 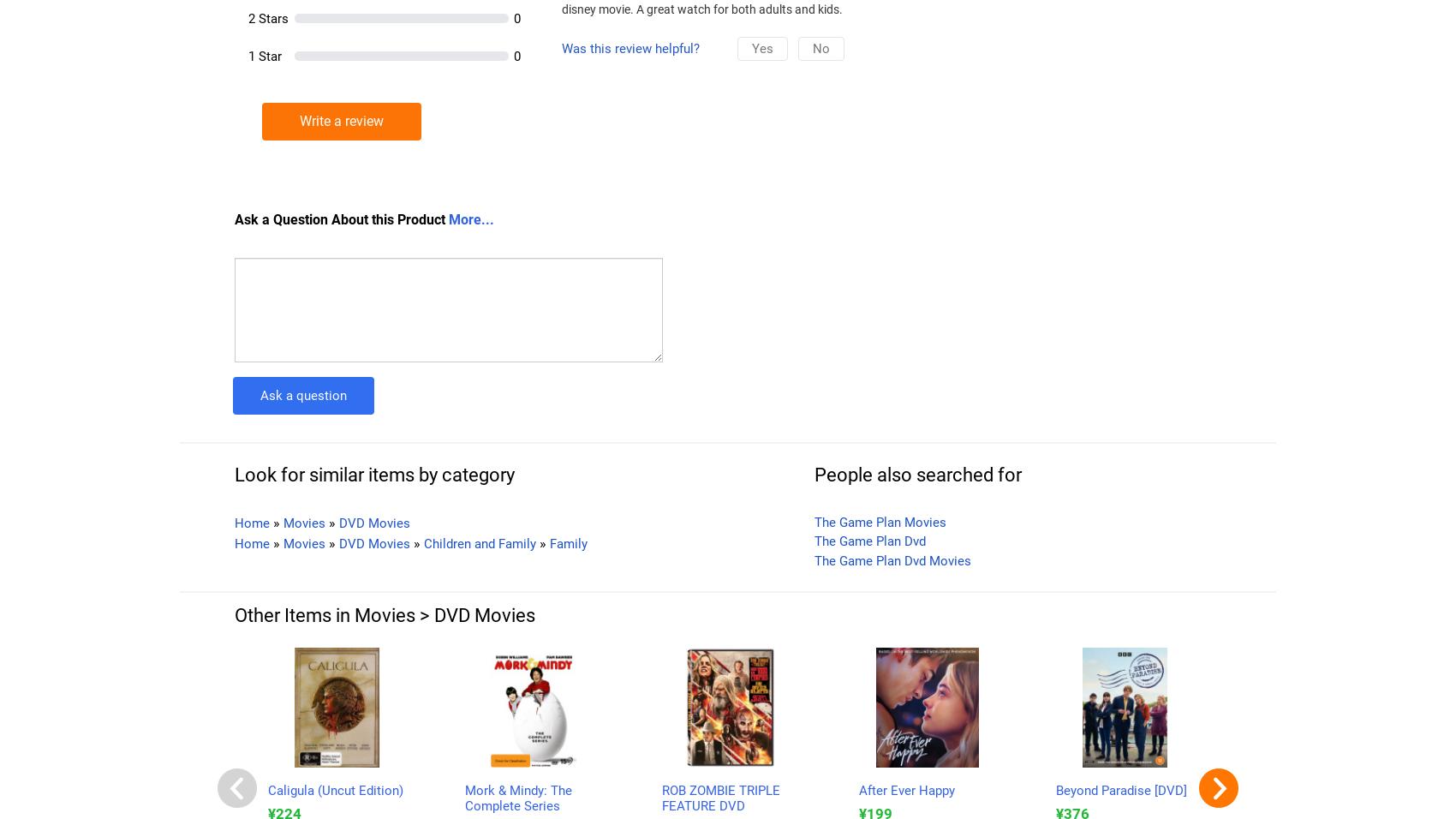 What do you see at coordinates (340, 218) in the screenshot?
I see `'Ask a Question About this Product'` at bounding box center [340, 218].